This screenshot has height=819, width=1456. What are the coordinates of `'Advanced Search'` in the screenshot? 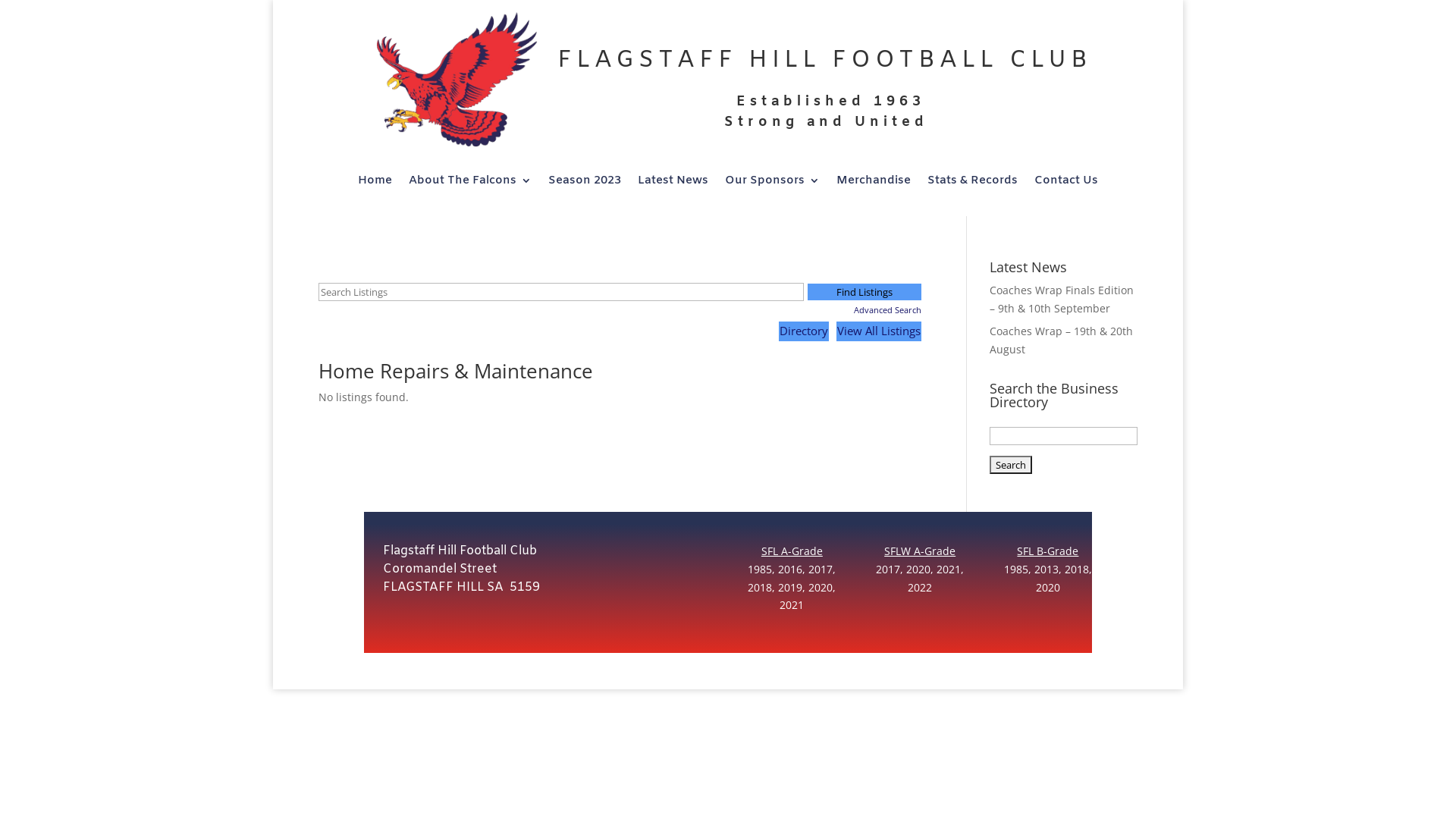 It's located at (864, 309).